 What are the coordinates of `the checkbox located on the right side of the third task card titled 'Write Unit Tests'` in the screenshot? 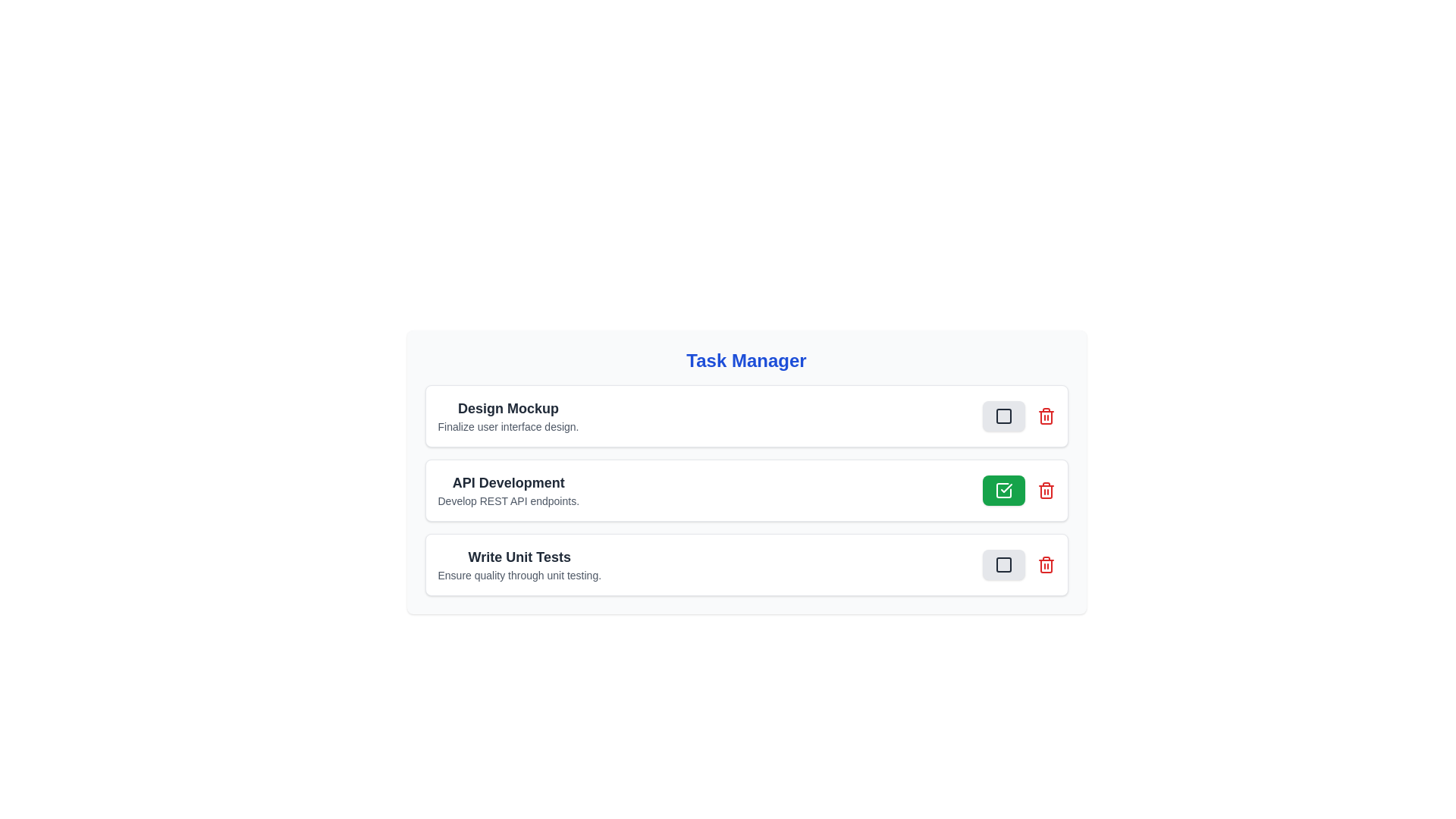 It's located at (1018, 564).